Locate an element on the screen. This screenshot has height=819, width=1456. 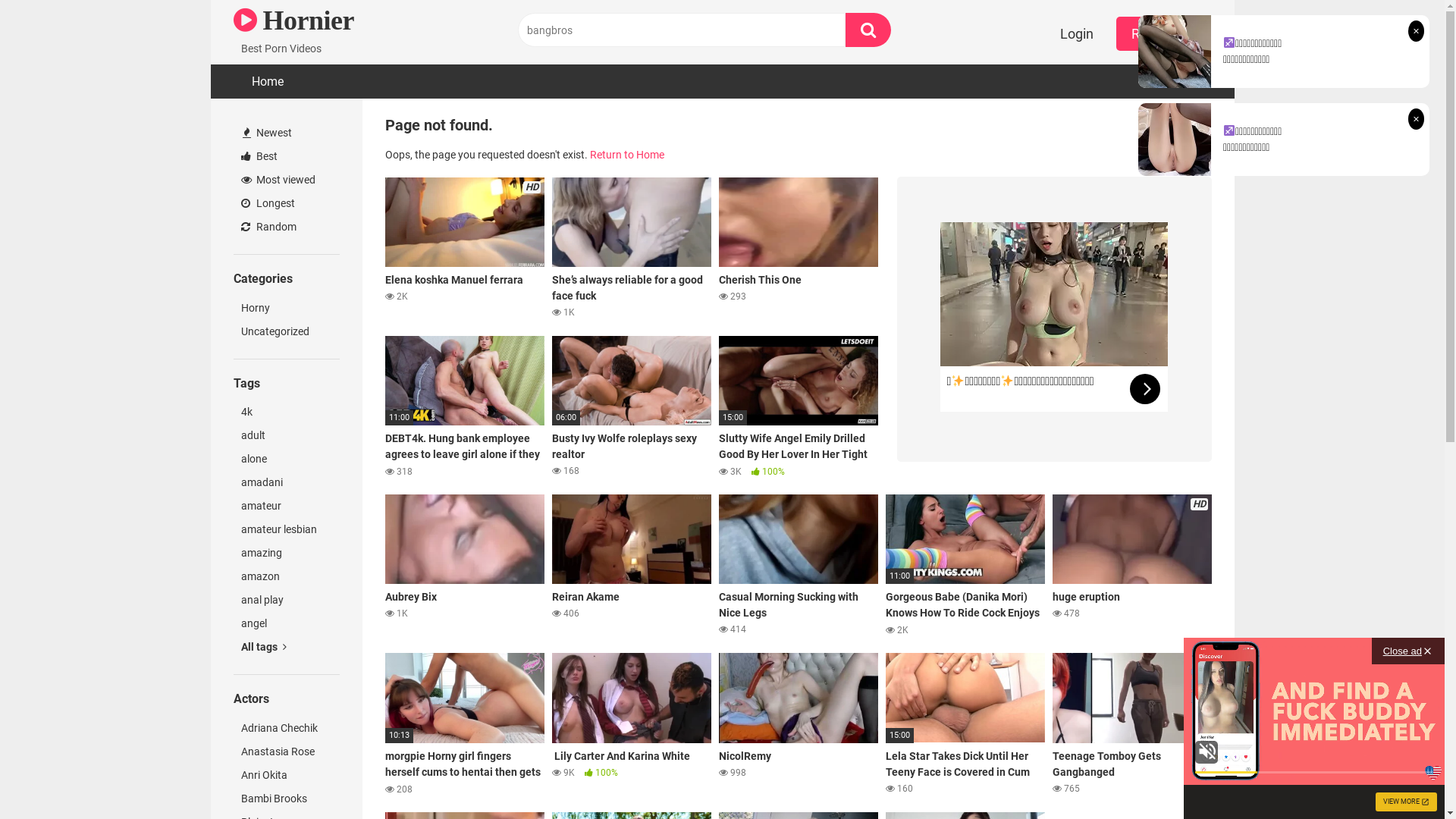
'Login' is located at coordinates (1076, 33).